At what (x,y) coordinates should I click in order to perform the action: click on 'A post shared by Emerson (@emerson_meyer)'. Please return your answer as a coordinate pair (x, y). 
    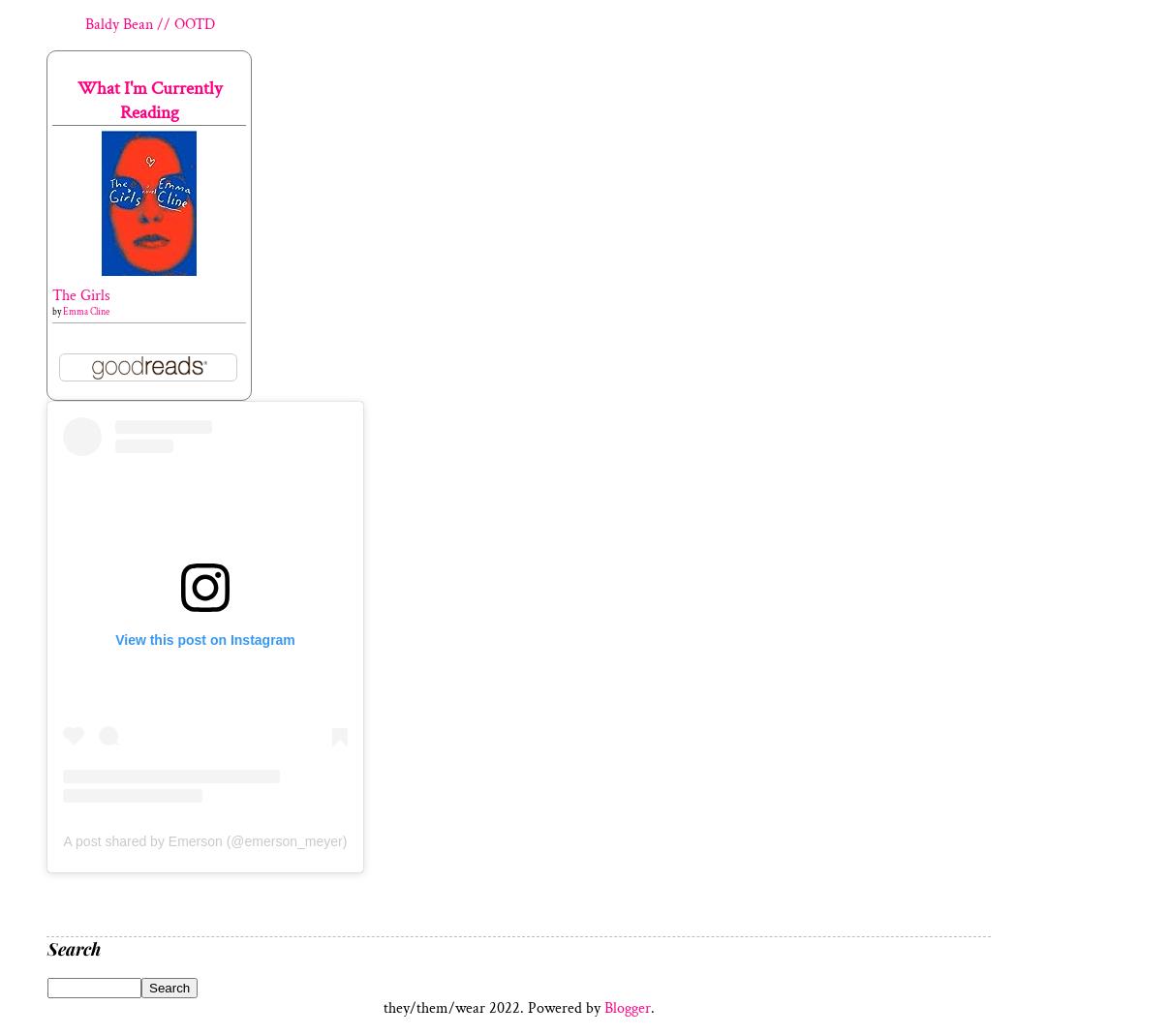
    Looking at the image, I should click on (61, 840).